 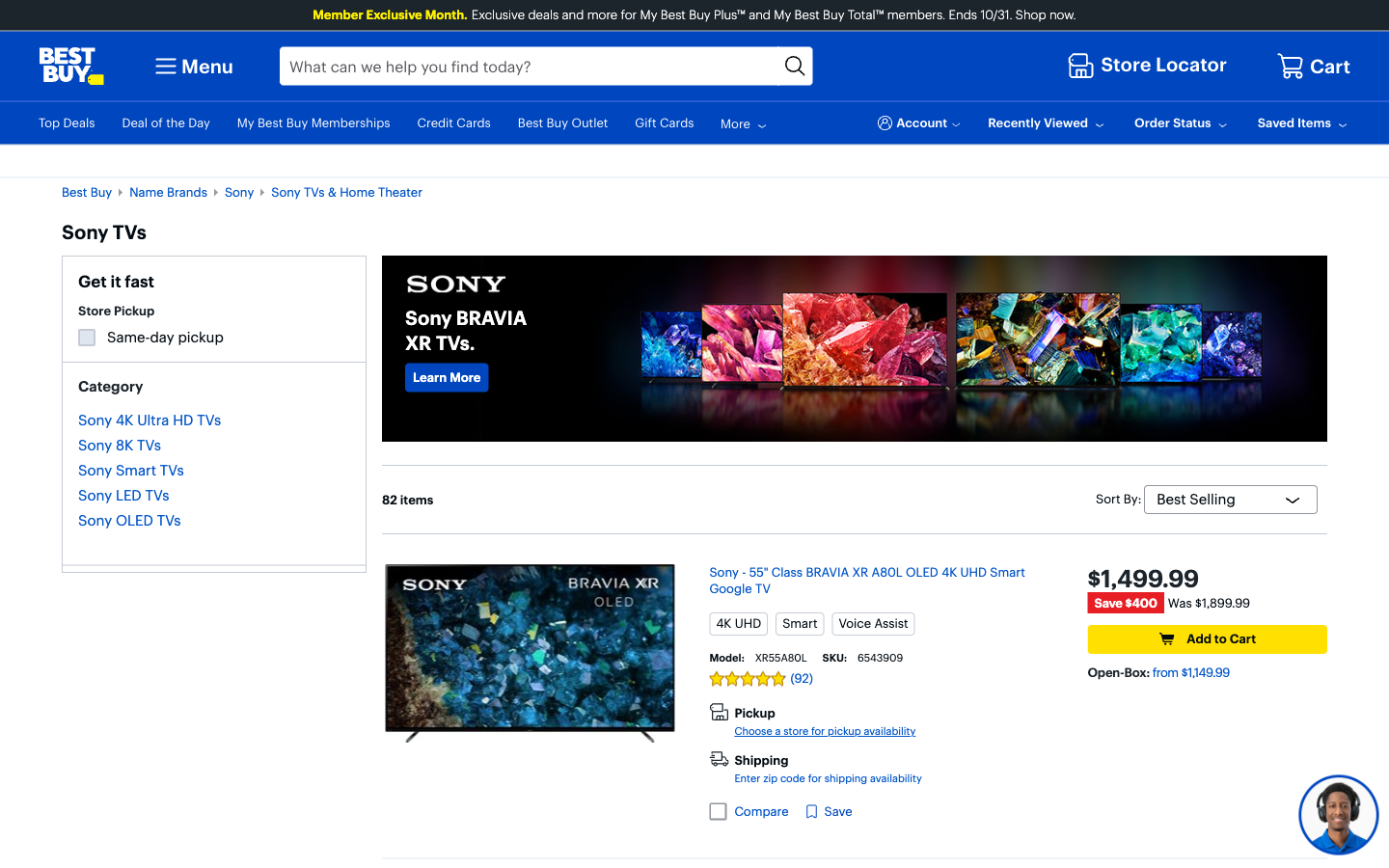 What do you see at coordinates (827, 778) in the screenshot?
I see `Check availability of the first TV on the page for pin code 15217` at bounding box center [827, 778].